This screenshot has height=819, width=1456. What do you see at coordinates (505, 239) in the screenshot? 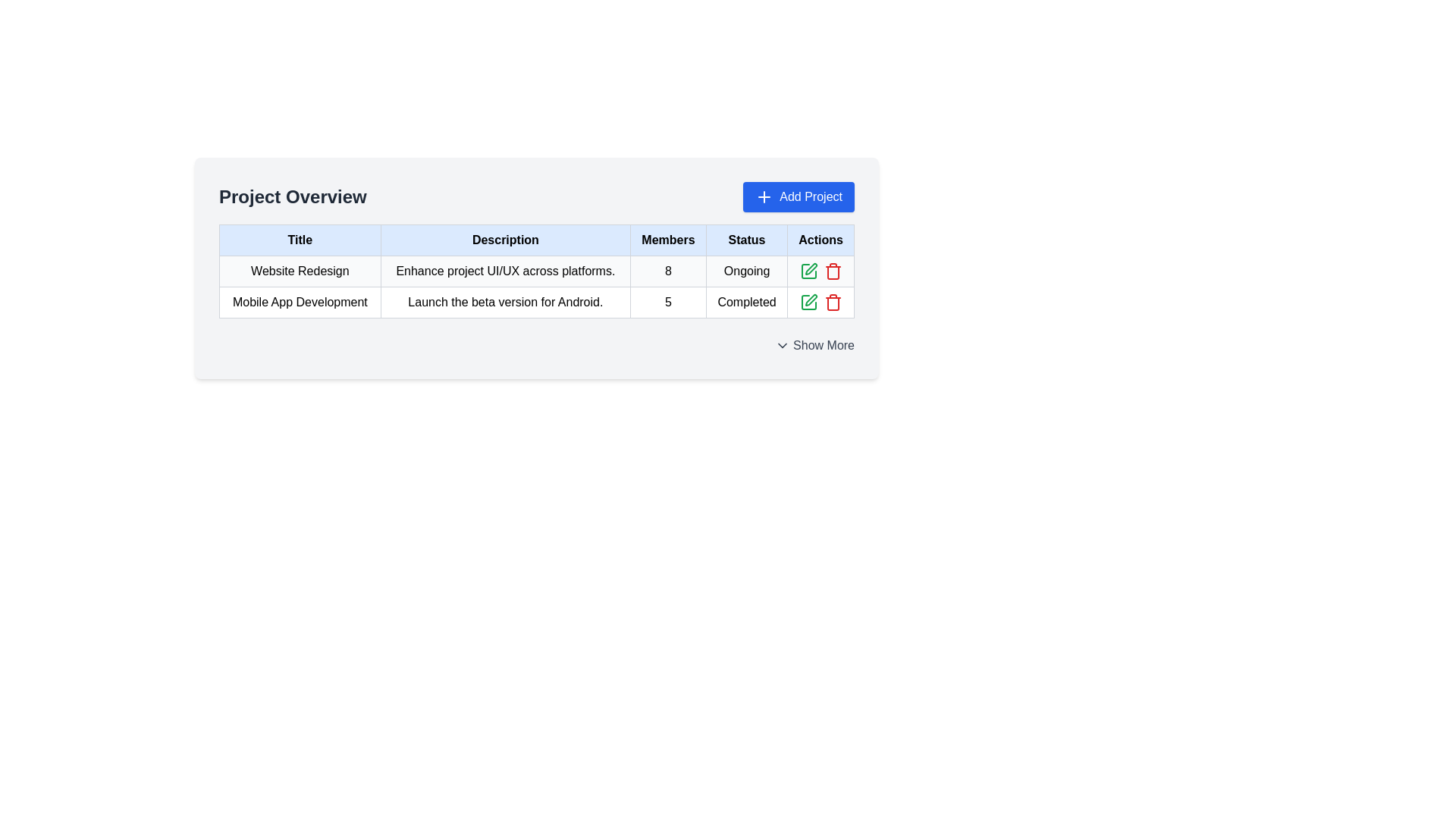
I see `the header cell labeled 'Description' in the table located in the 'Project Overview' section, which has a light blue background and gray outline` at bounding box center [505, 239].